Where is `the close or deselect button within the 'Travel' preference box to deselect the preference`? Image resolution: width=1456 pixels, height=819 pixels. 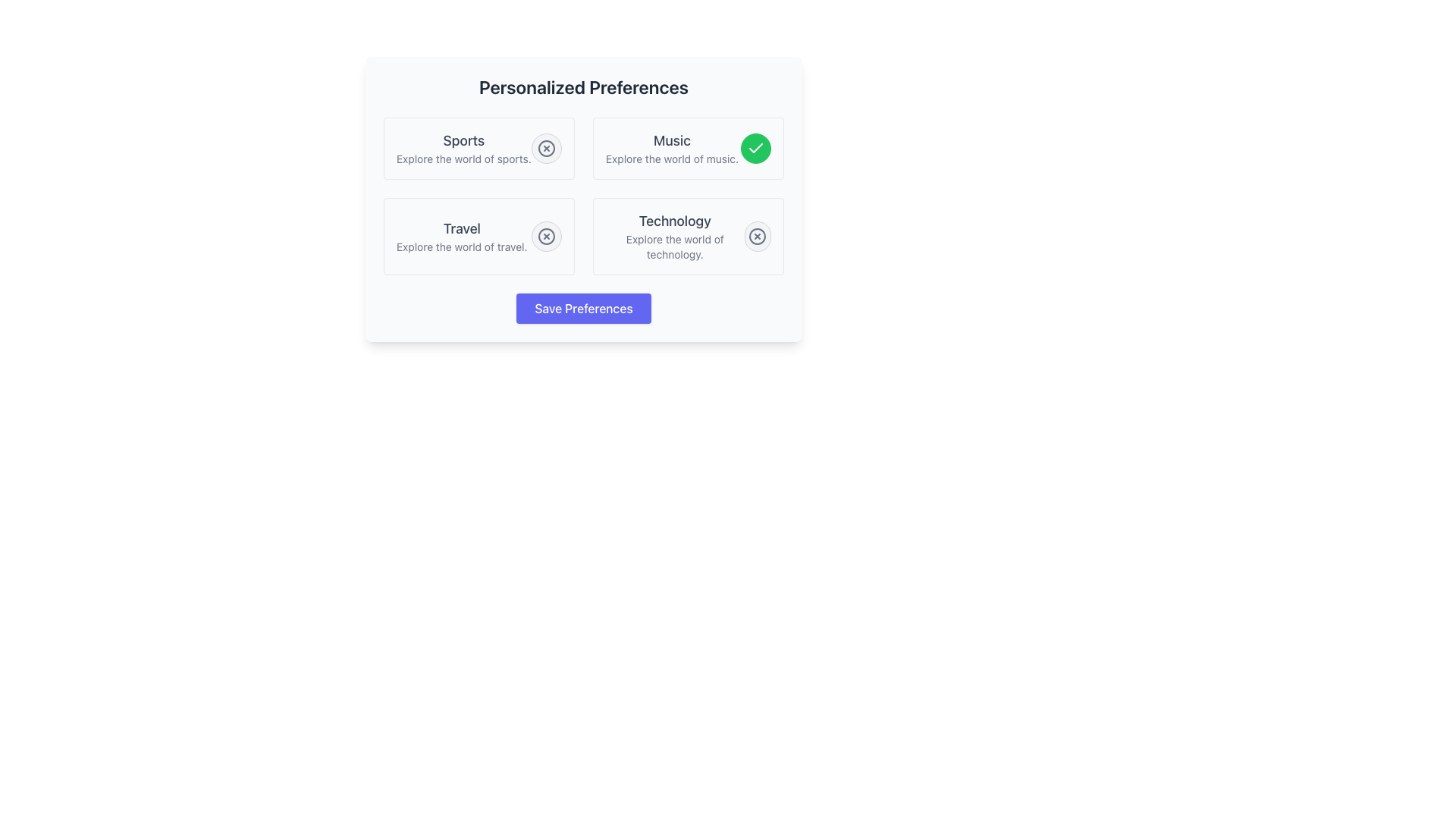 the close or deselect button within the 'Travel' preference box to deselect the preference is located at coordinates (546, 237).